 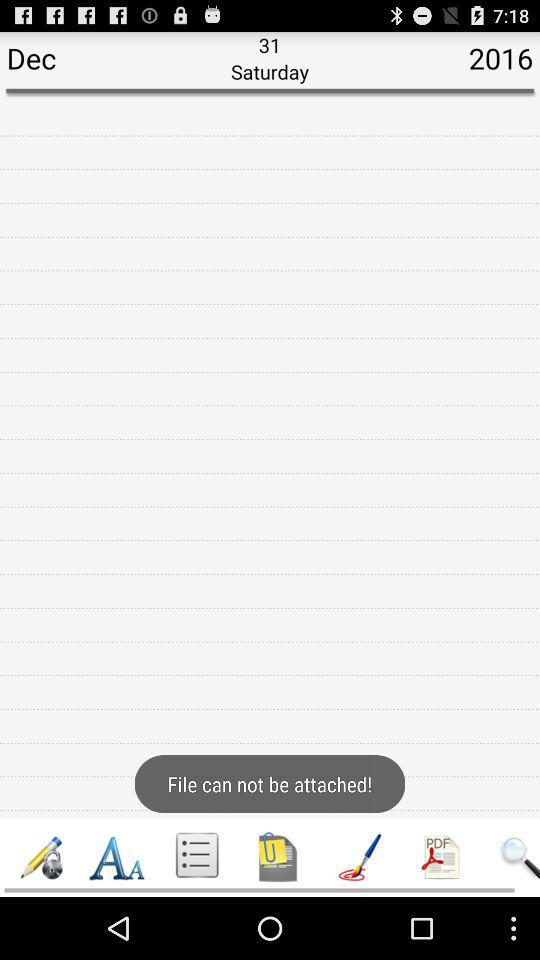 What do you see at coordinates (41, 917) in the screenshot?
I see `the edit icon` at bounding box center [41, 917].